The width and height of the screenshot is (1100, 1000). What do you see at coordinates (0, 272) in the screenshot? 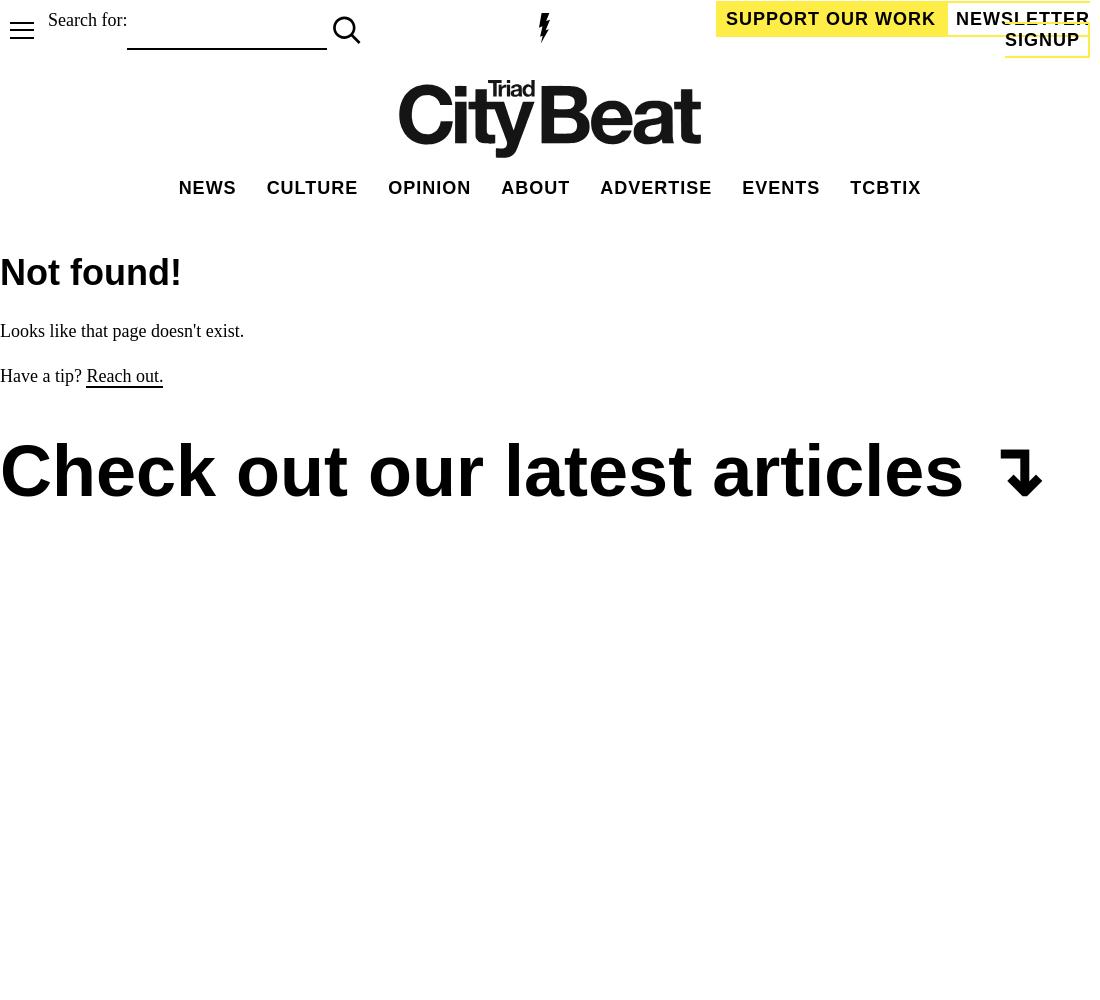
I see `'Not found!'` at bounding box center [0, 272].